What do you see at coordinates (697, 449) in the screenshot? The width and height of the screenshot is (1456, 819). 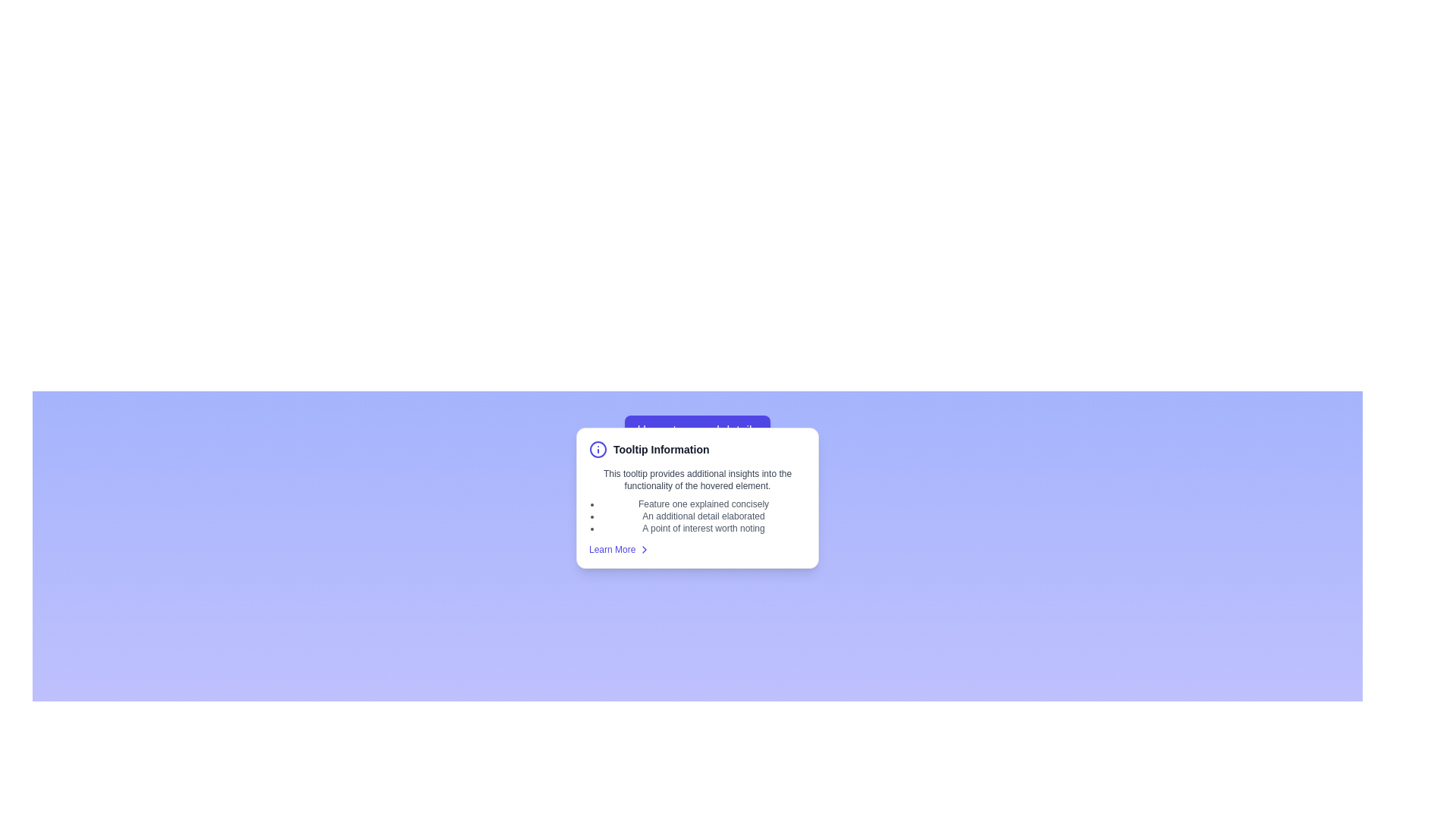 I see `the header with icon located at the top of the tooltip panel, which contains an icon and title text` at bounding box center [697, 449].